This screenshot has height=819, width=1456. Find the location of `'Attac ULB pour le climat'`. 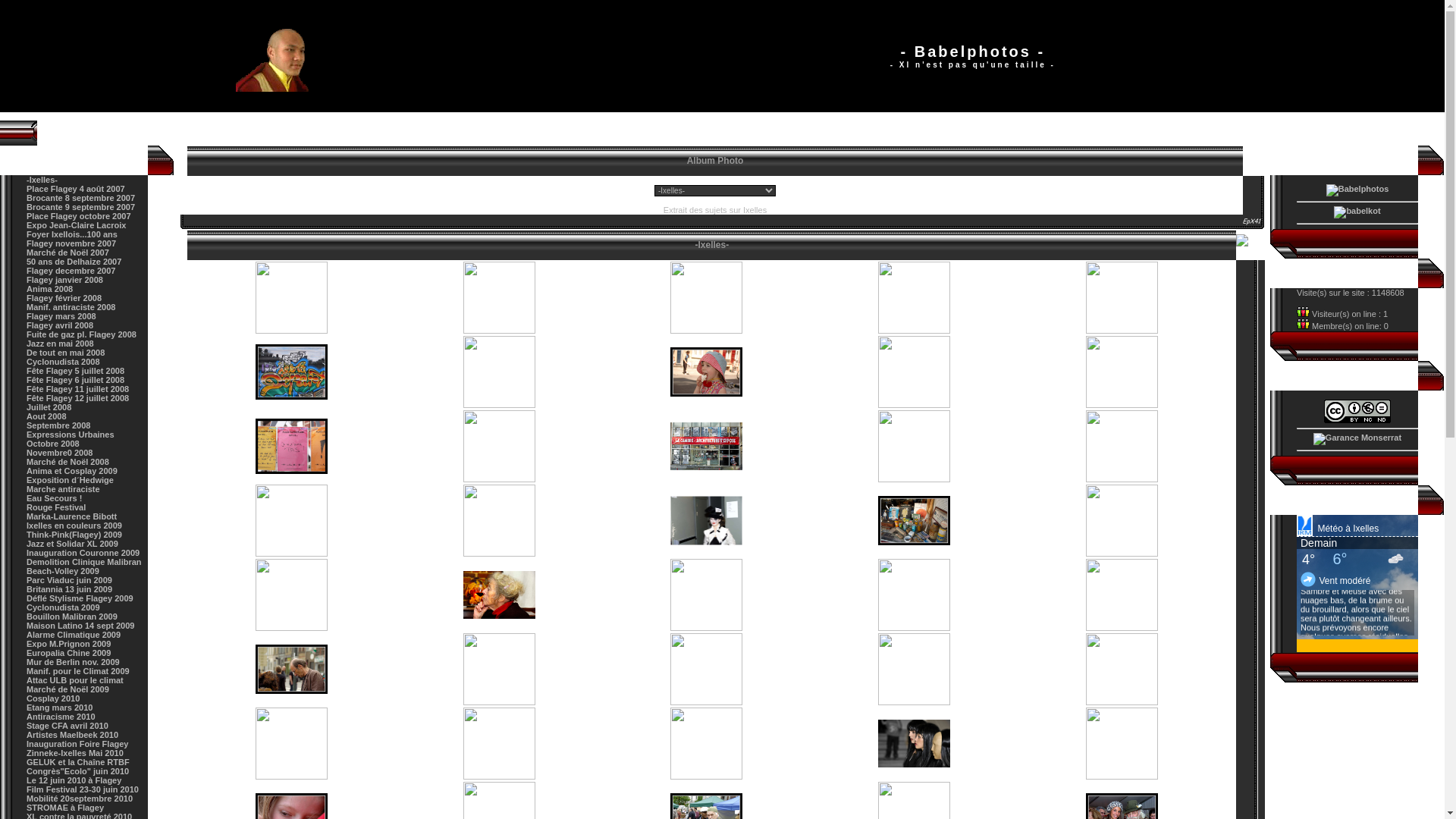

'Attac ULB pour le climat' is located at coordinates (74, 679).